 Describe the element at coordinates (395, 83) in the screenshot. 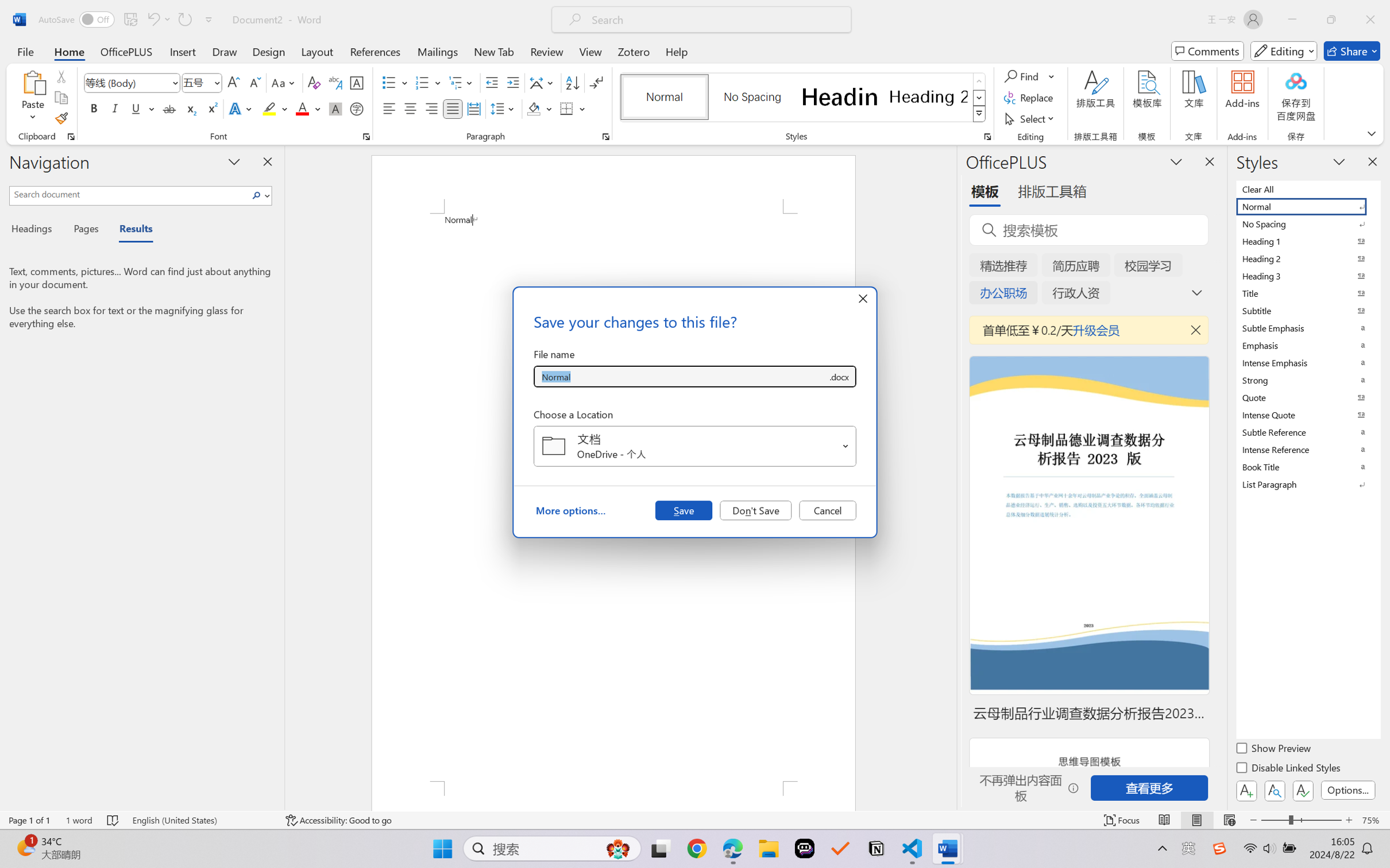

I see `'Bullets'` at that location.